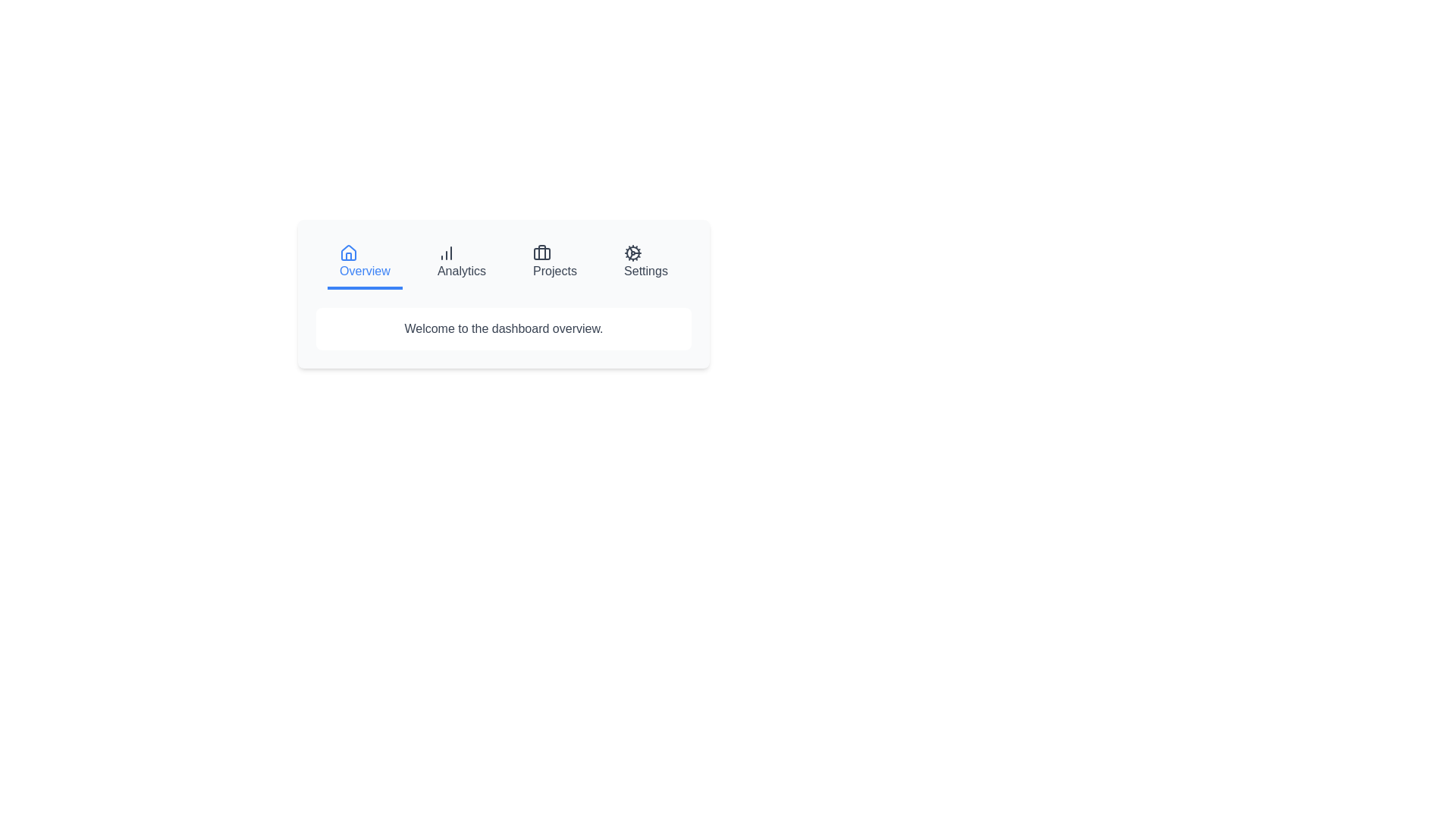  What do you see at coordinates (645, 262) in the screenshot?
I see `the tab labeled Settings to reveal tooltip information` at bounding box center [645, 262].